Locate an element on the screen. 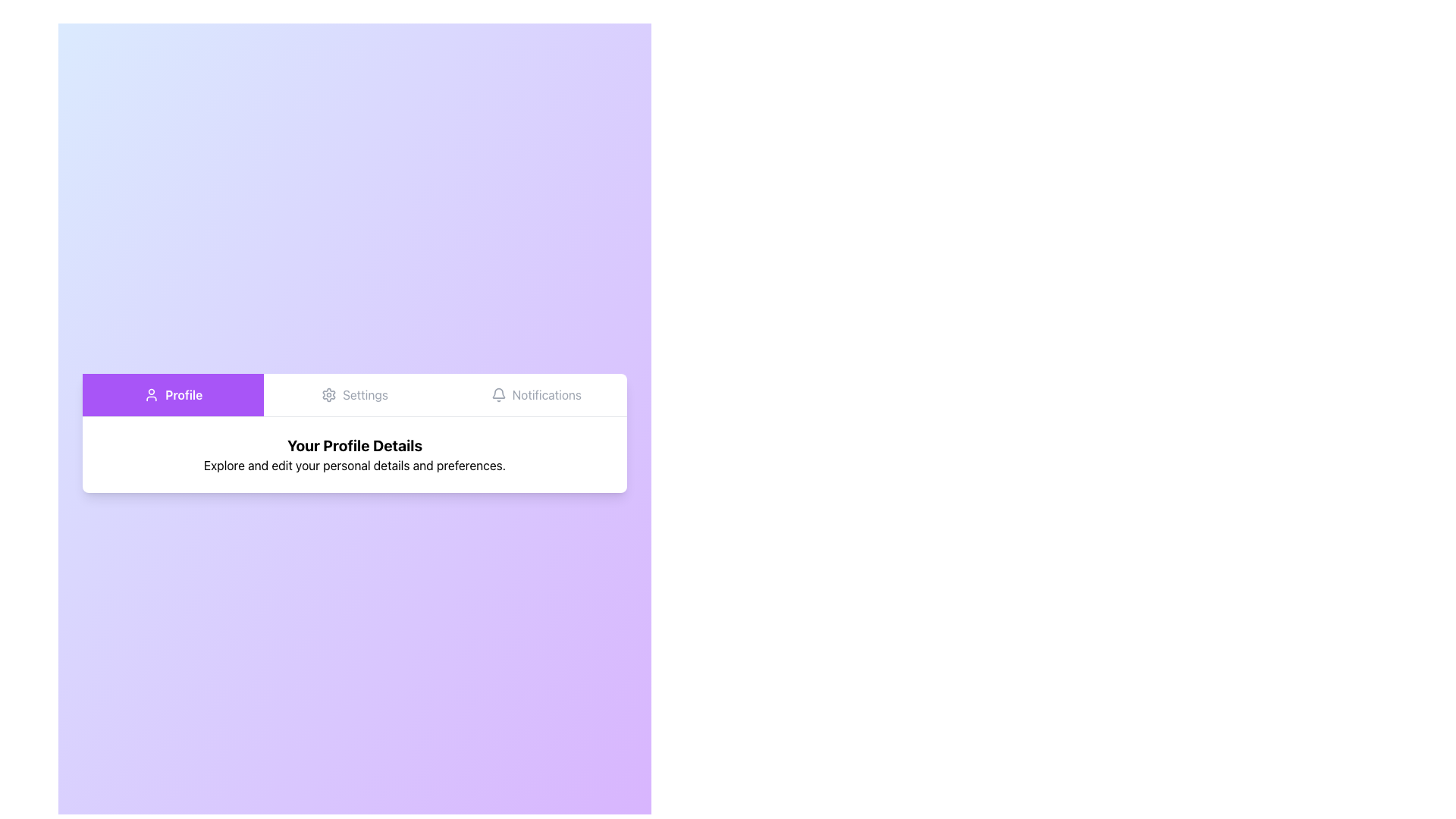  the 'Profile' navigation button, the first button in a horizontal list at the top left of the page is located at coordinates (173, 394).